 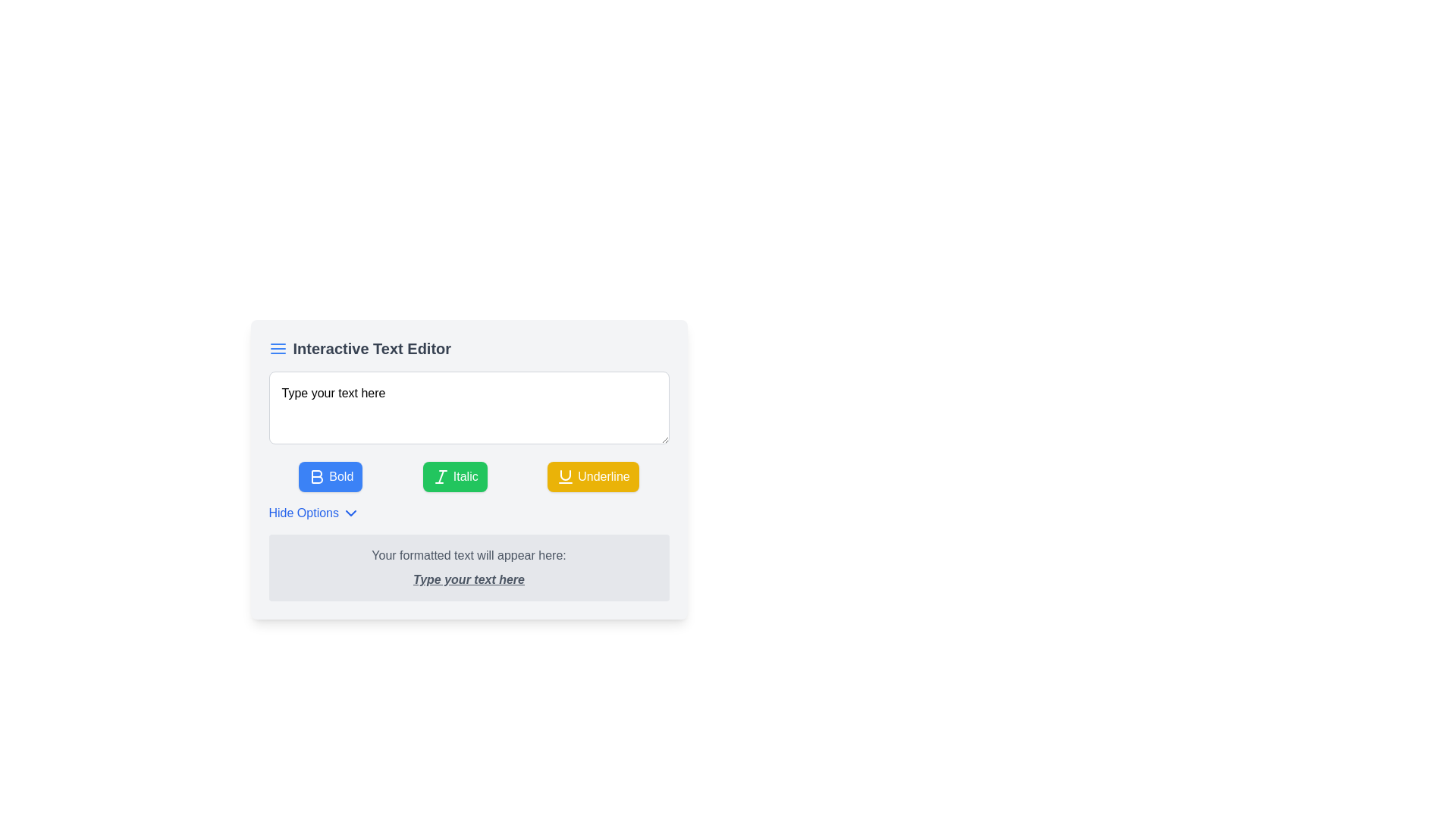 I want to click on the central vertical line of the italic text styling icon located in the toolbar under the text input field, so click(x=440, y=475).